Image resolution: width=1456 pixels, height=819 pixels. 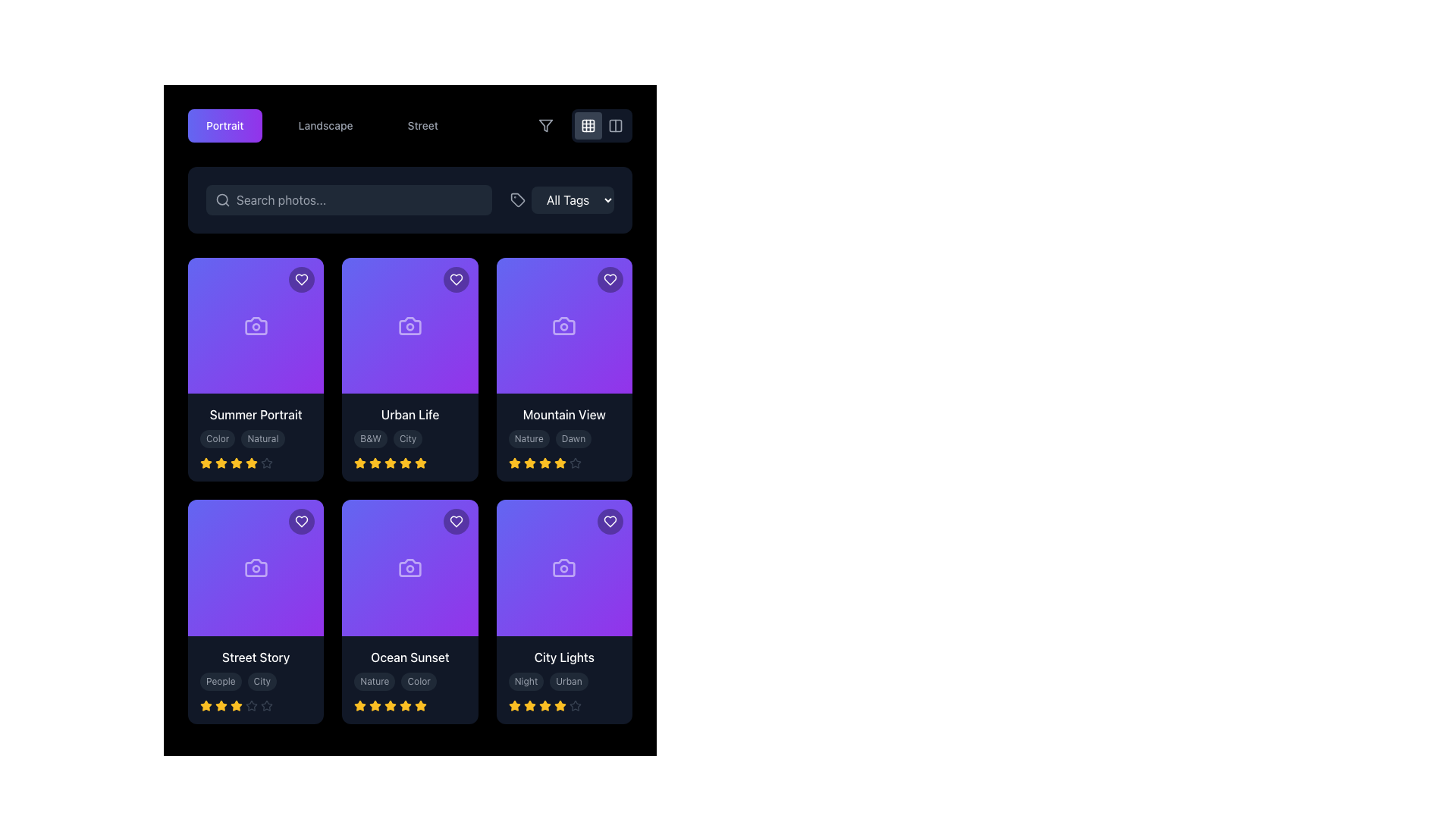 What do you see at coordinates (544, 463) in the screenshot?
I see `the state of the fourth star icon in the rating system for the 'Mountain View' card, located below the 'Nature' and 'Dawn' labels` at bounding box center [544, 463].